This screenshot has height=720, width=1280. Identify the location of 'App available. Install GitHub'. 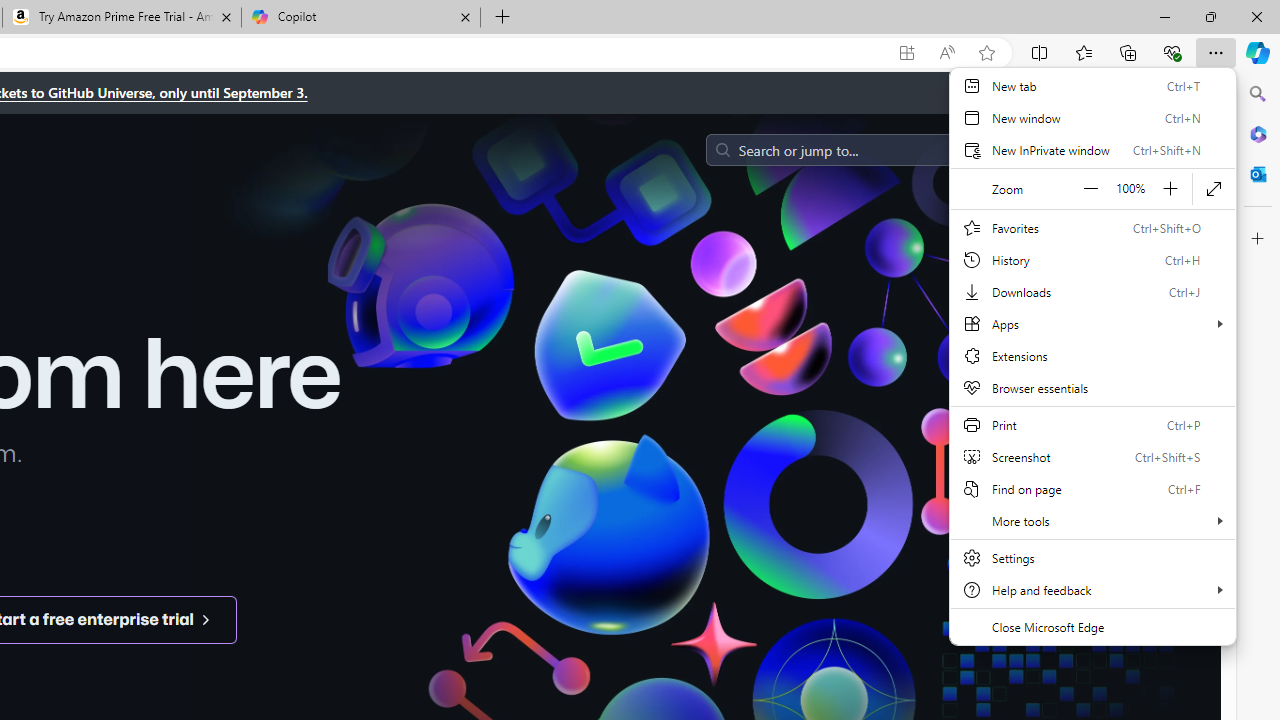
(905, 52).